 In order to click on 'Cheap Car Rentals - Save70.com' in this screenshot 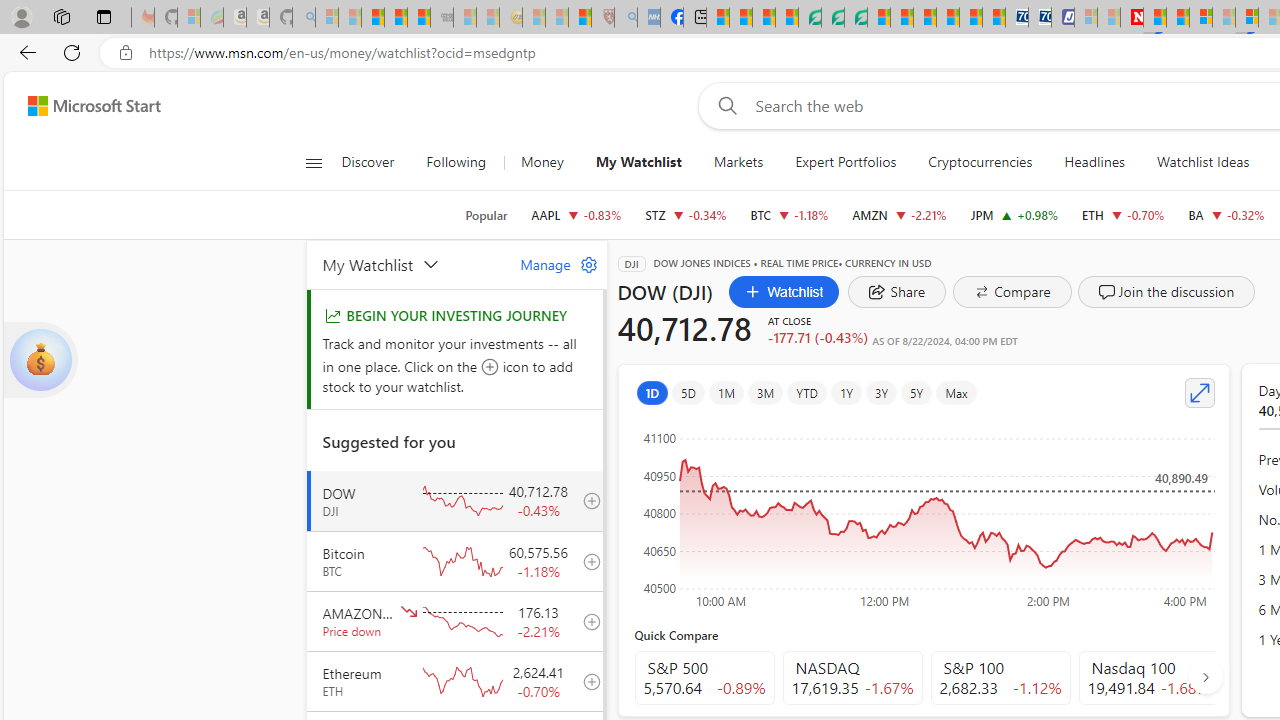, I will do `click(1016, 17)`.